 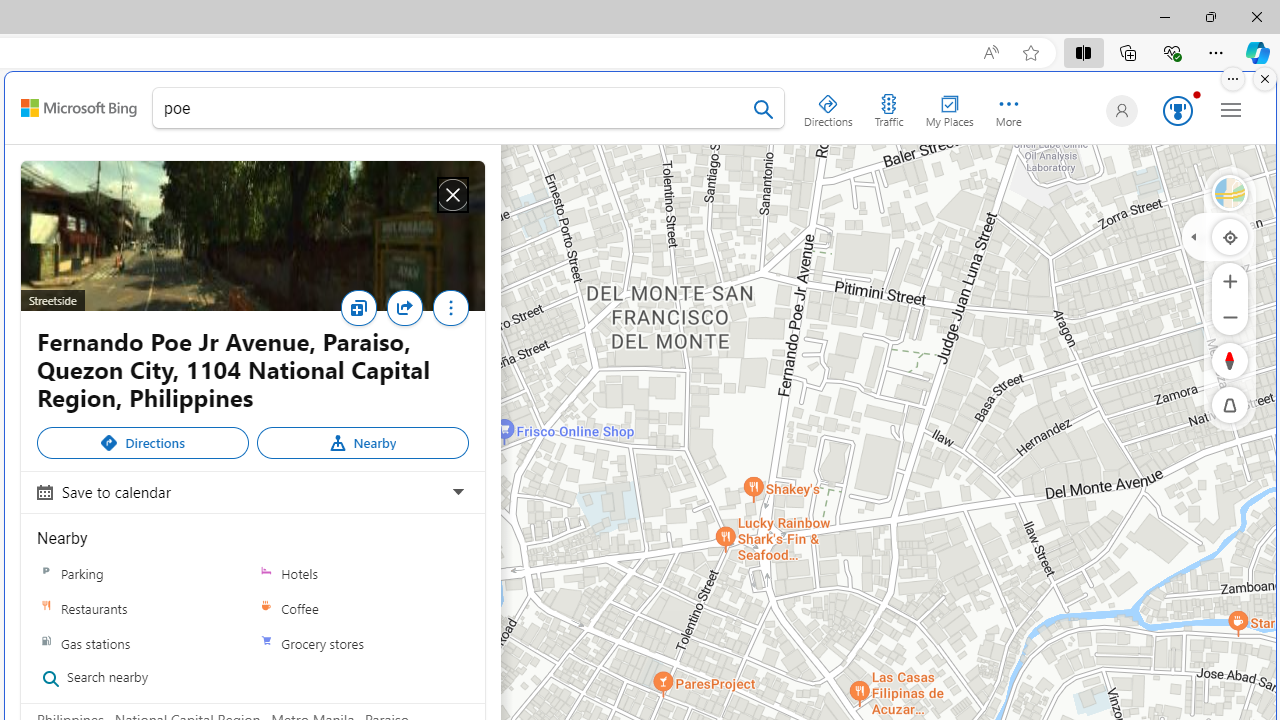 What do you see at coordinates (362, 442) in the screenshot?
I see `'Nearby'` at bounding box center [362, 442].